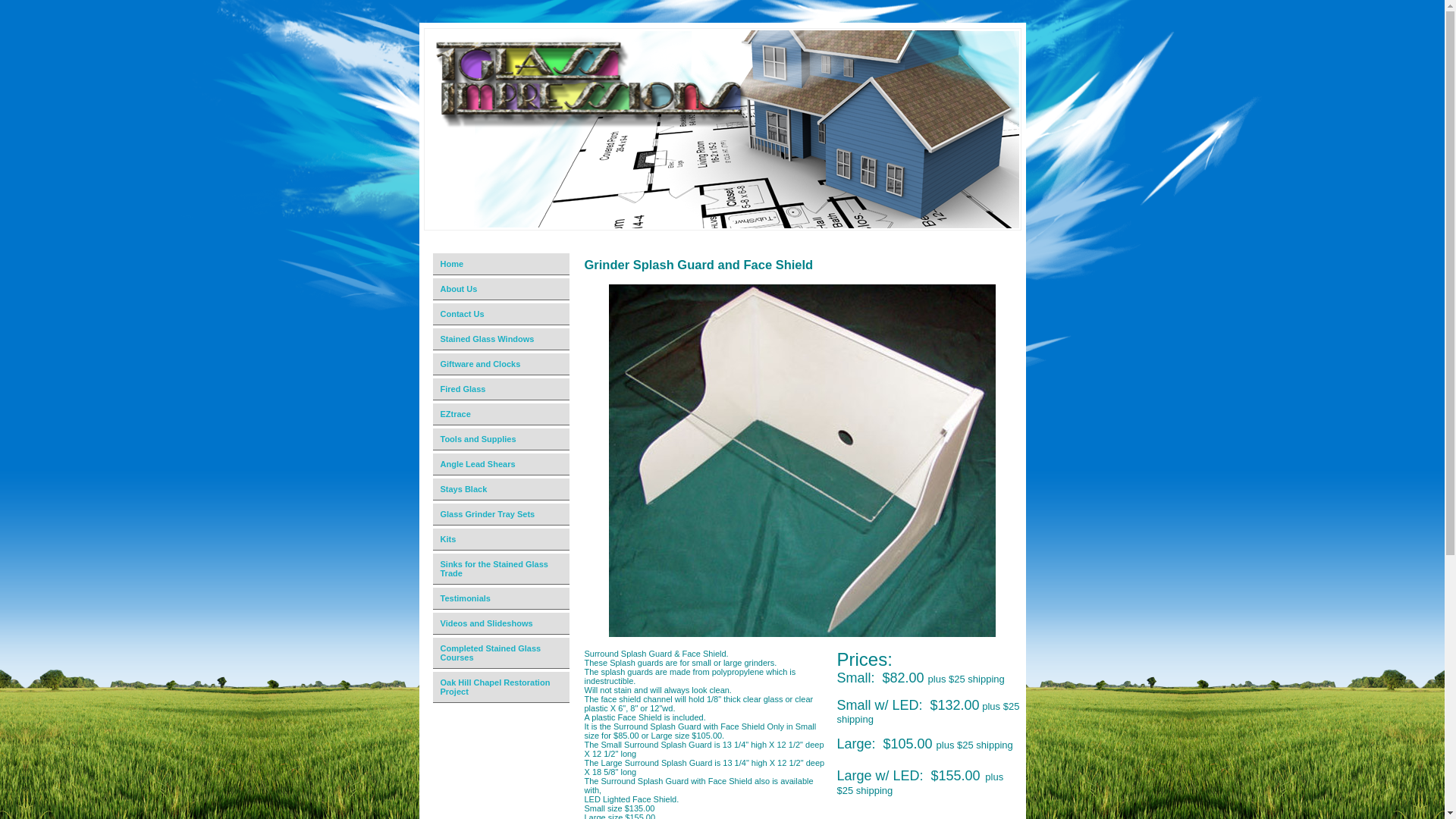  I want to click on 'Glass Grinder Tray Sets', so click(502, 513).